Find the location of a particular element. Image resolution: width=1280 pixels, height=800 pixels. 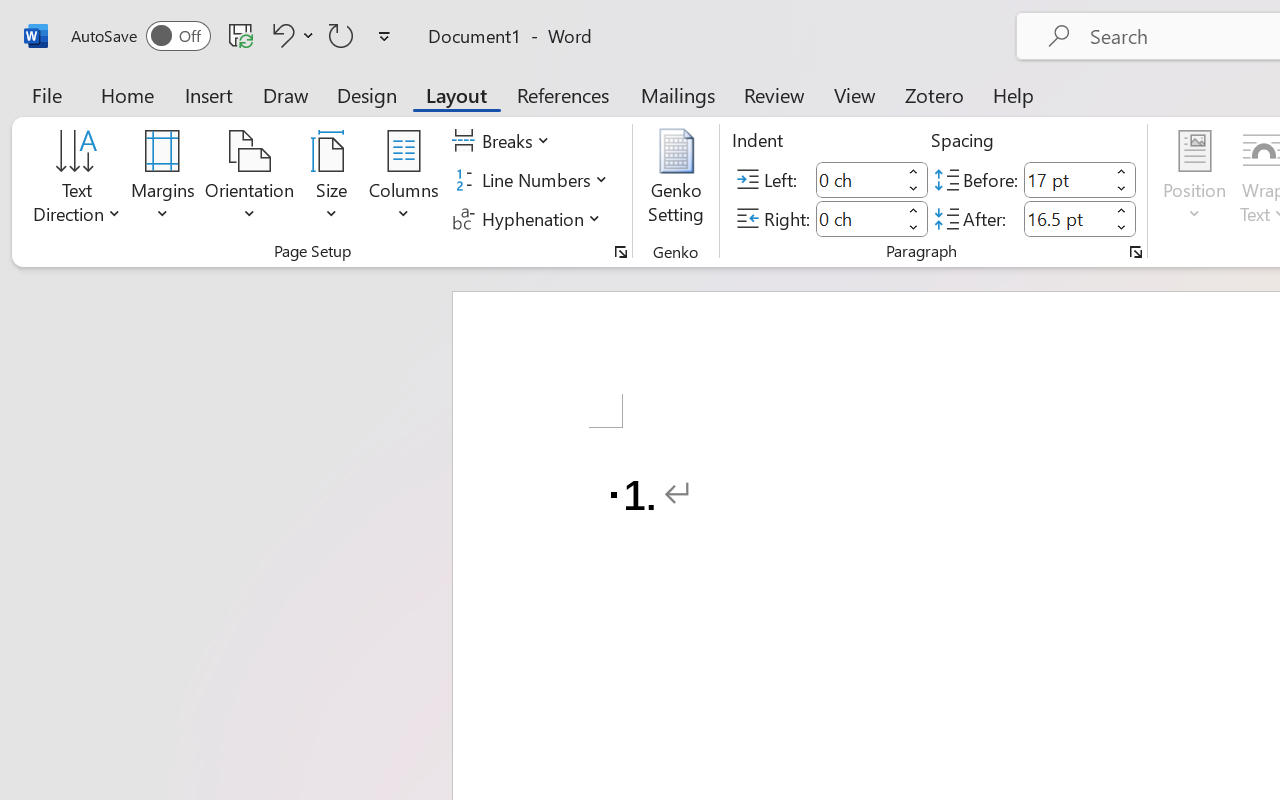

'Text Direction' is located at coordinates (77, 179).